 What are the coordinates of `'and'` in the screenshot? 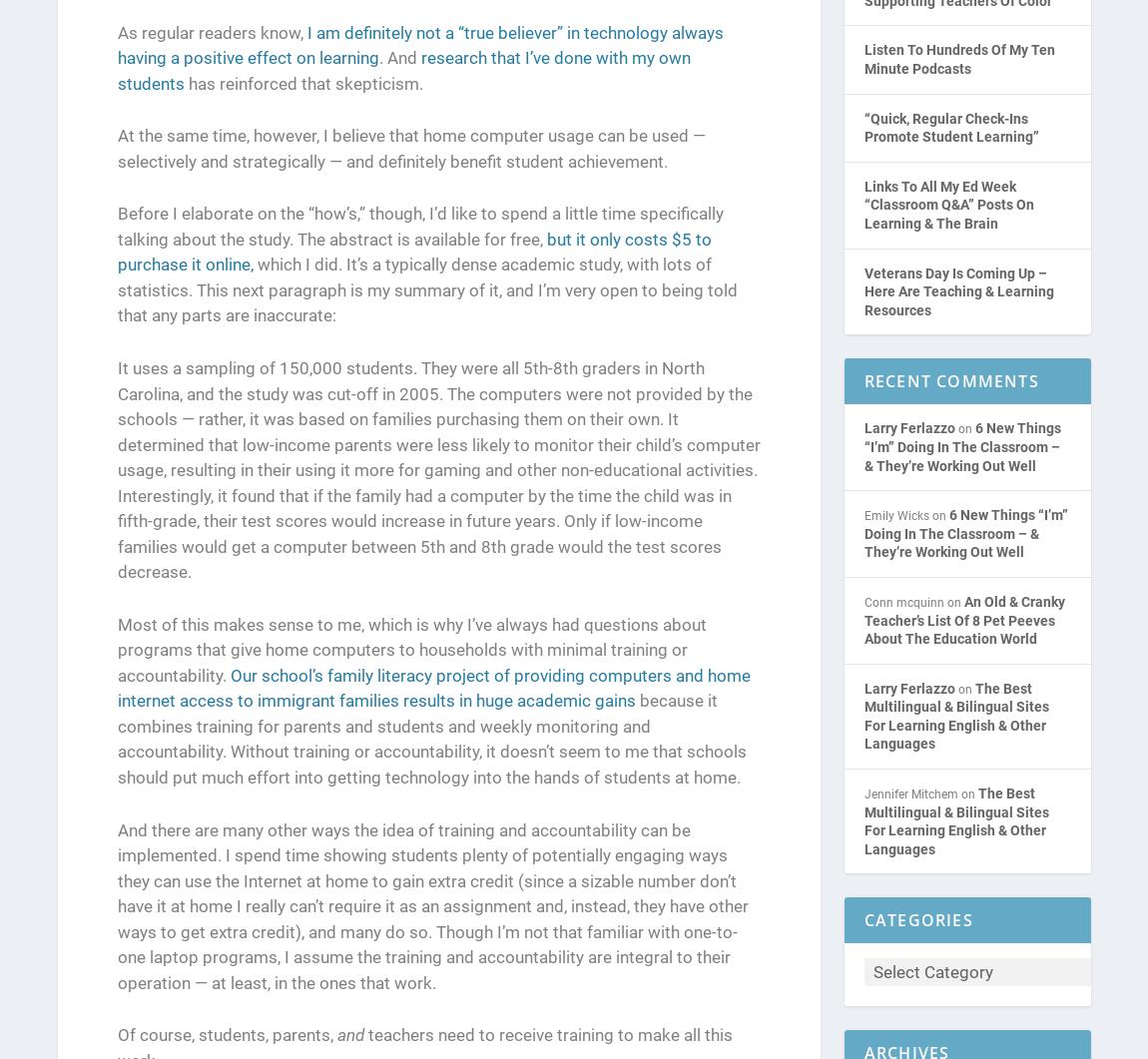 It's located at (351, 1034).